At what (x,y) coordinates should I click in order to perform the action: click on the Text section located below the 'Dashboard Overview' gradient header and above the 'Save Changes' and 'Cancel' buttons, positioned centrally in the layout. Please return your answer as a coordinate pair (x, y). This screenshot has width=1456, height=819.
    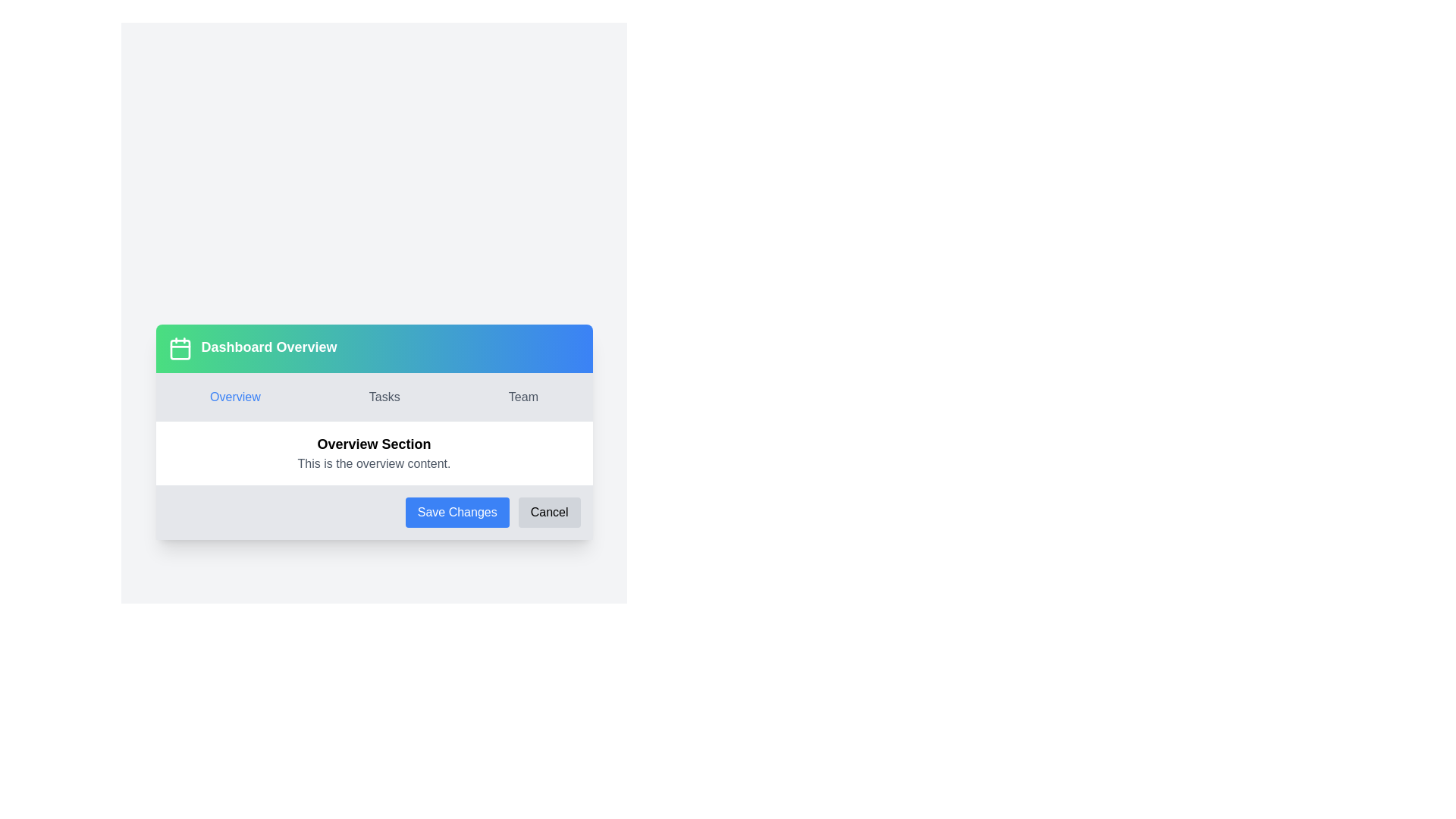
    Looking at the image, I should click on (374, 452).